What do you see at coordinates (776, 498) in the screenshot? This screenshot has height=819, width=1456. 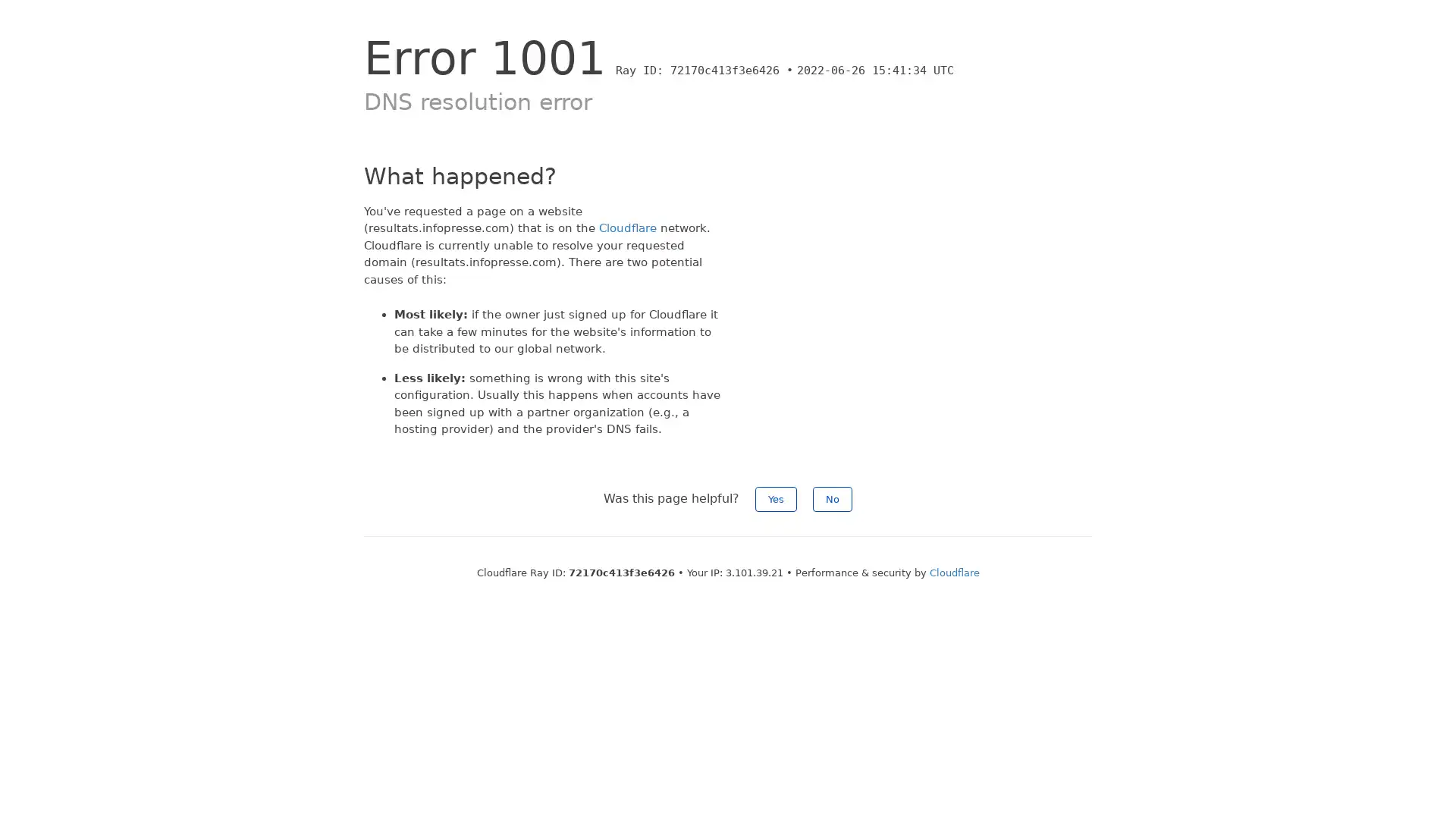 I see `Yes` at bounding box center [776, 498].